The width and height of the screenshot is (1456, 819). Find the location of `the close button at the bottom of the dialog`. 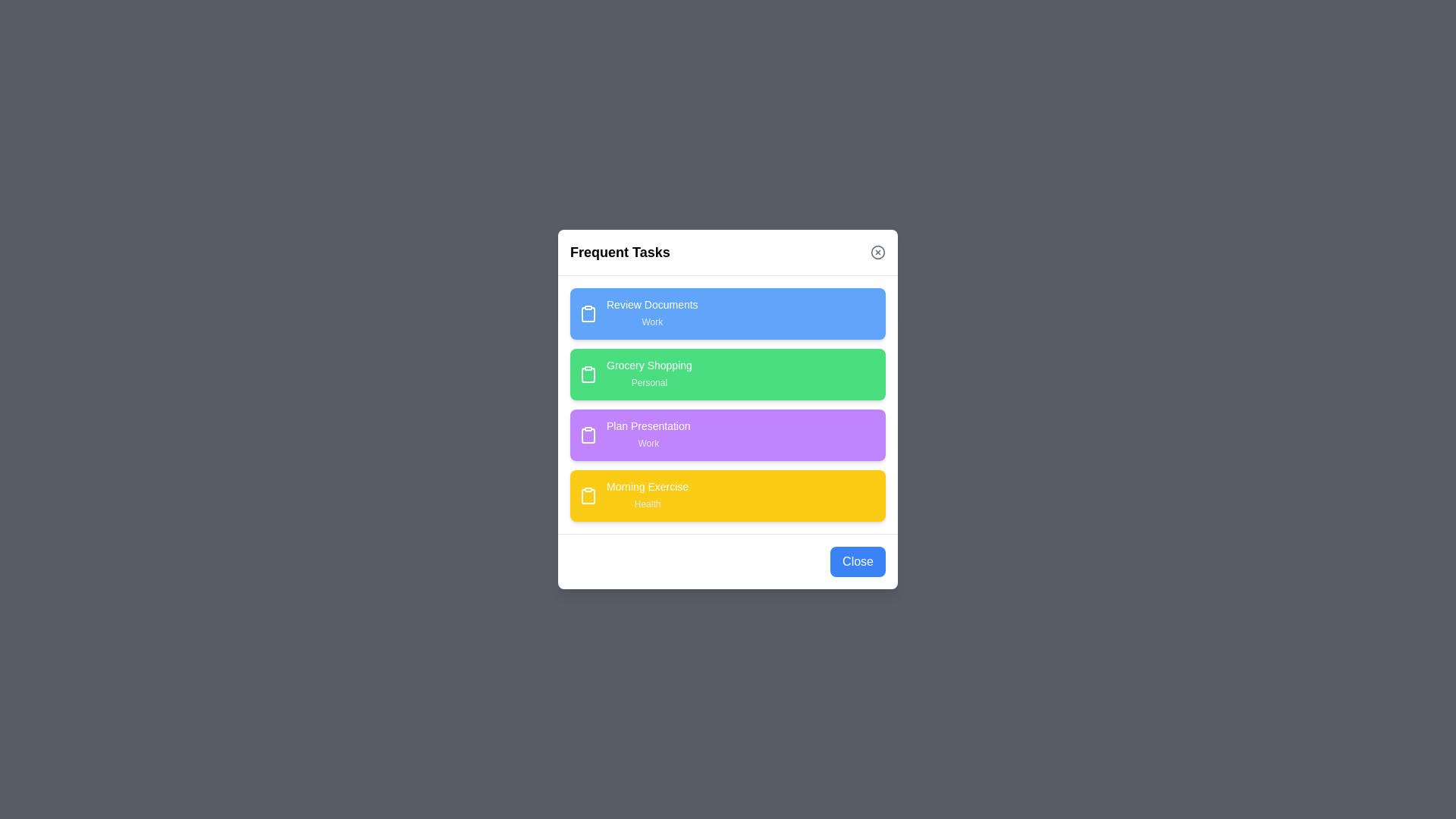

the close button at the bottom of the dialog is located at coordinates (858, 561).